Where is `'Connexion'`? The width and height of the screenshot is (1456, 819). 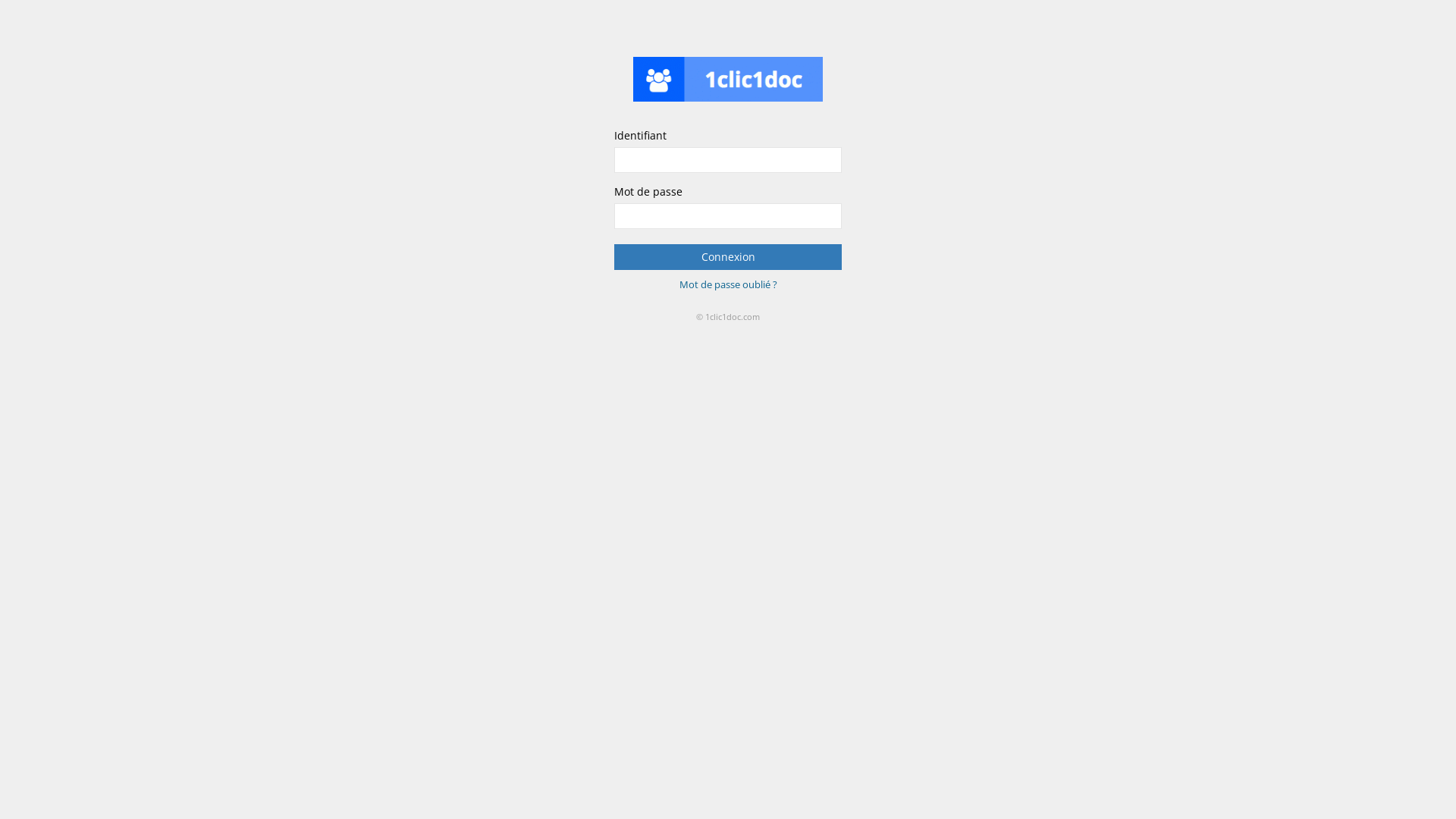
'Connexion' is located at coordinates (728, 256).